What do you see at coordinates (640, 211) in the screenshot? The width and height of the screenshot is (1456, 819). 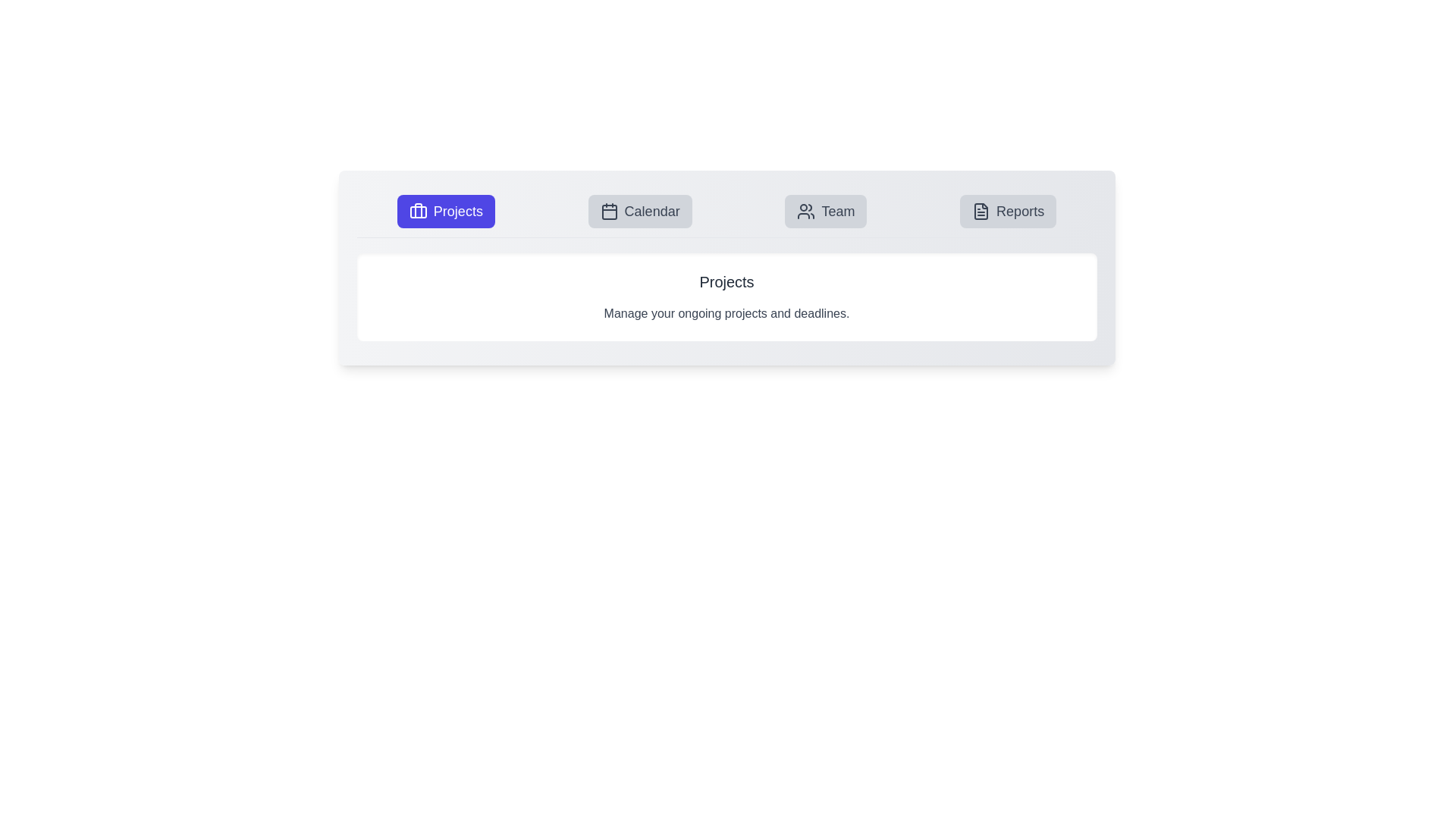 I see `the tab button labeled Calendar to observe its hover effect` at bounding box center [640, 211].